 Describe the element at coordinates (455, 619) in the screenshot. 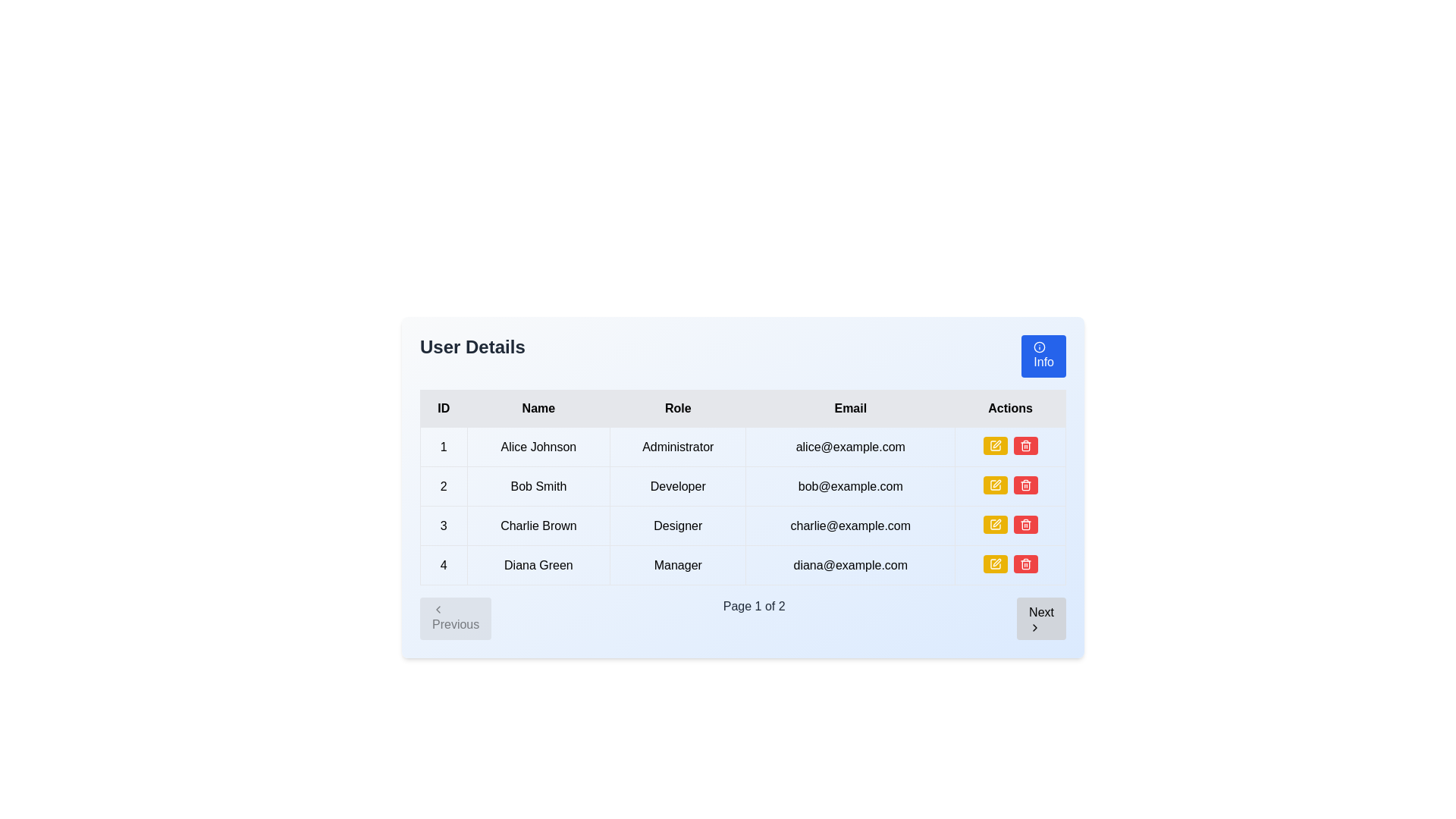

I see `the disabled navigation button for going to the previous set of data entries in the table, located below the user details table` at that location.